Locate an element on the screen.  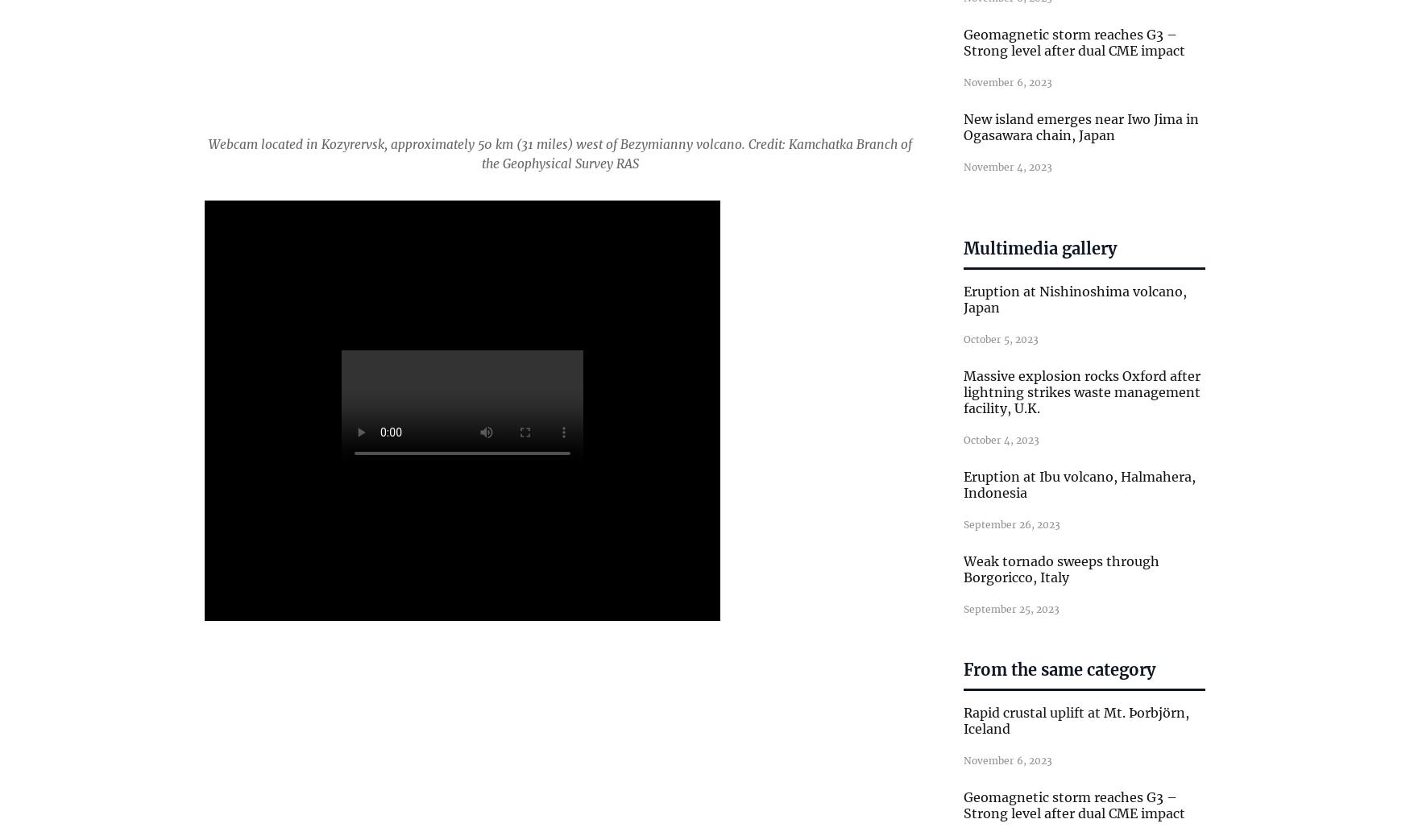
'October 5, 2023' is located at coordinates (1001, 338).